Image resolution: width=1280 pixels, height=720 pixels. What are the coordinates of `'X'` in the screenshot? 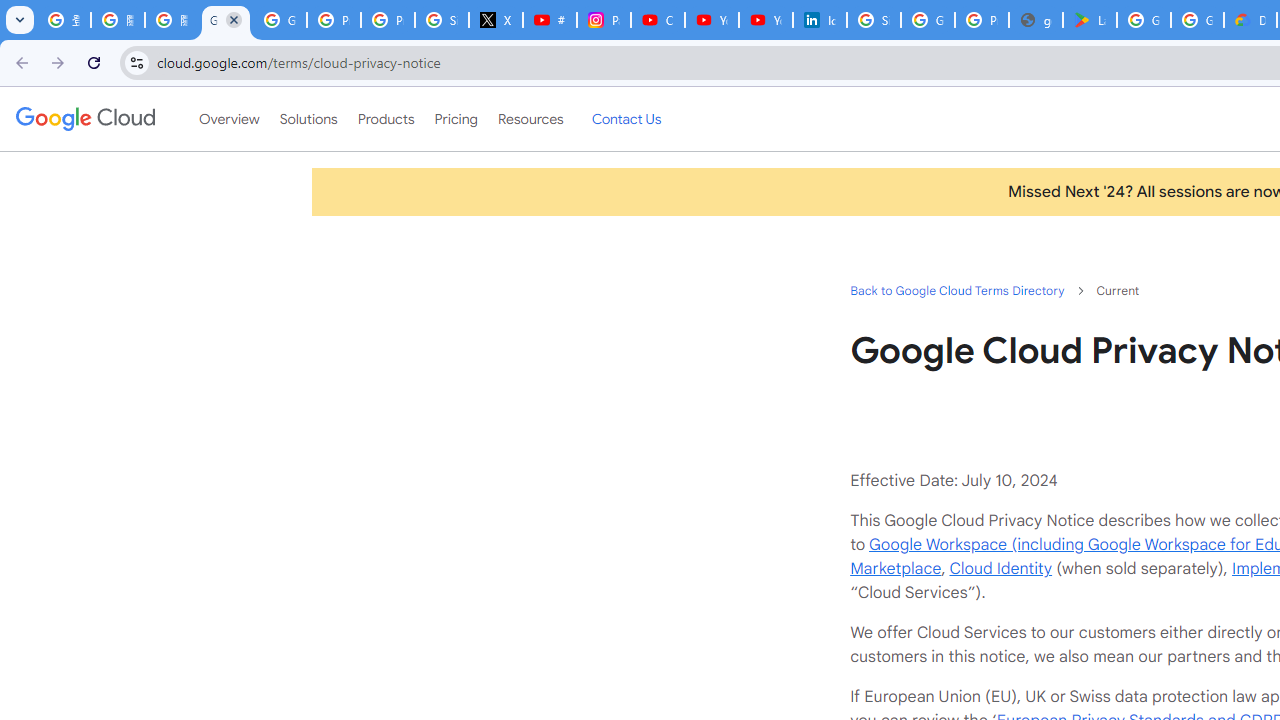 It's located at (496, 20).